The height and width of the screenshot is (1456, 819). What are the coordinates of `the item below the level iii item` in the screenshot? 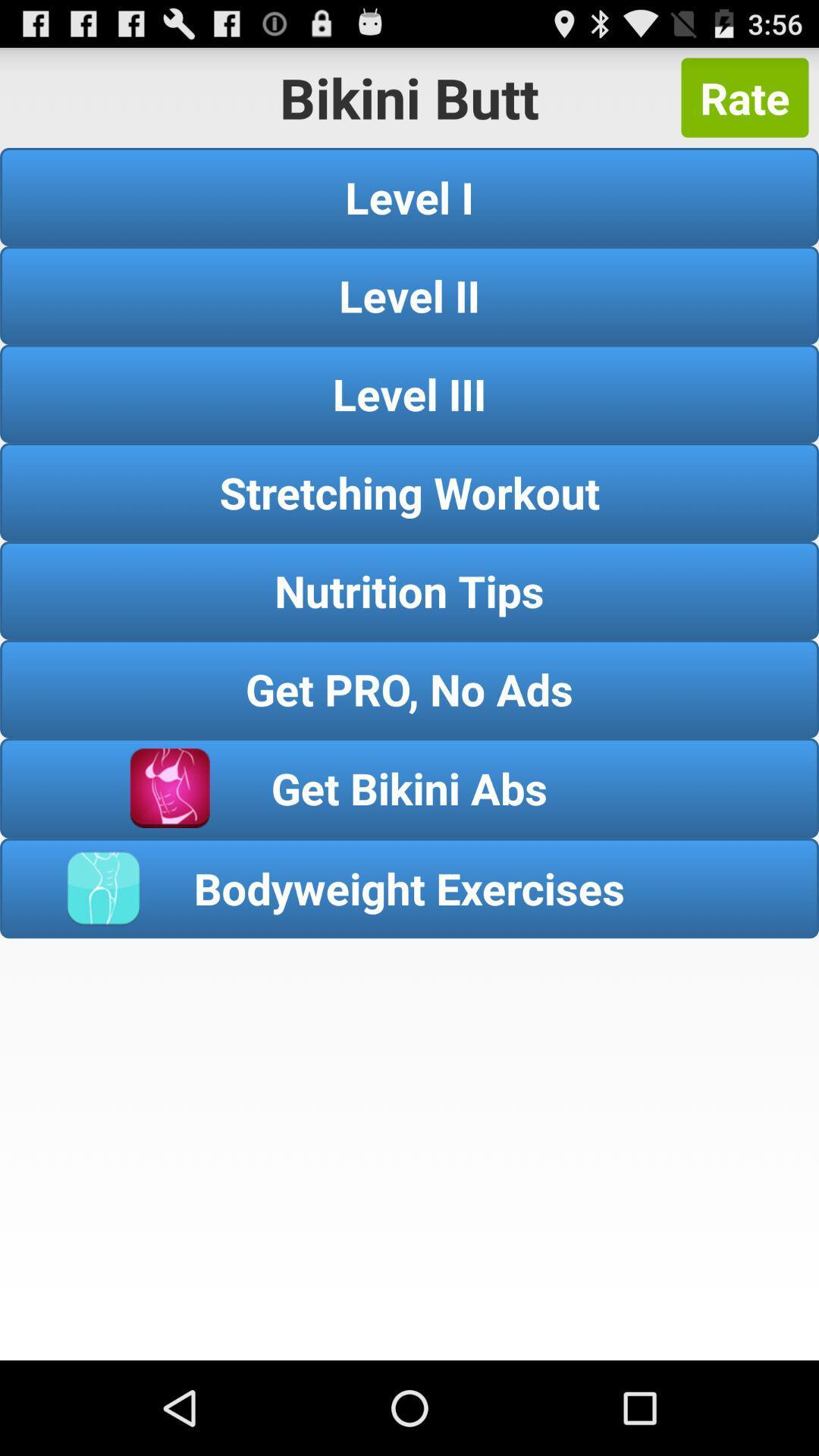 It's located at (409, 492).